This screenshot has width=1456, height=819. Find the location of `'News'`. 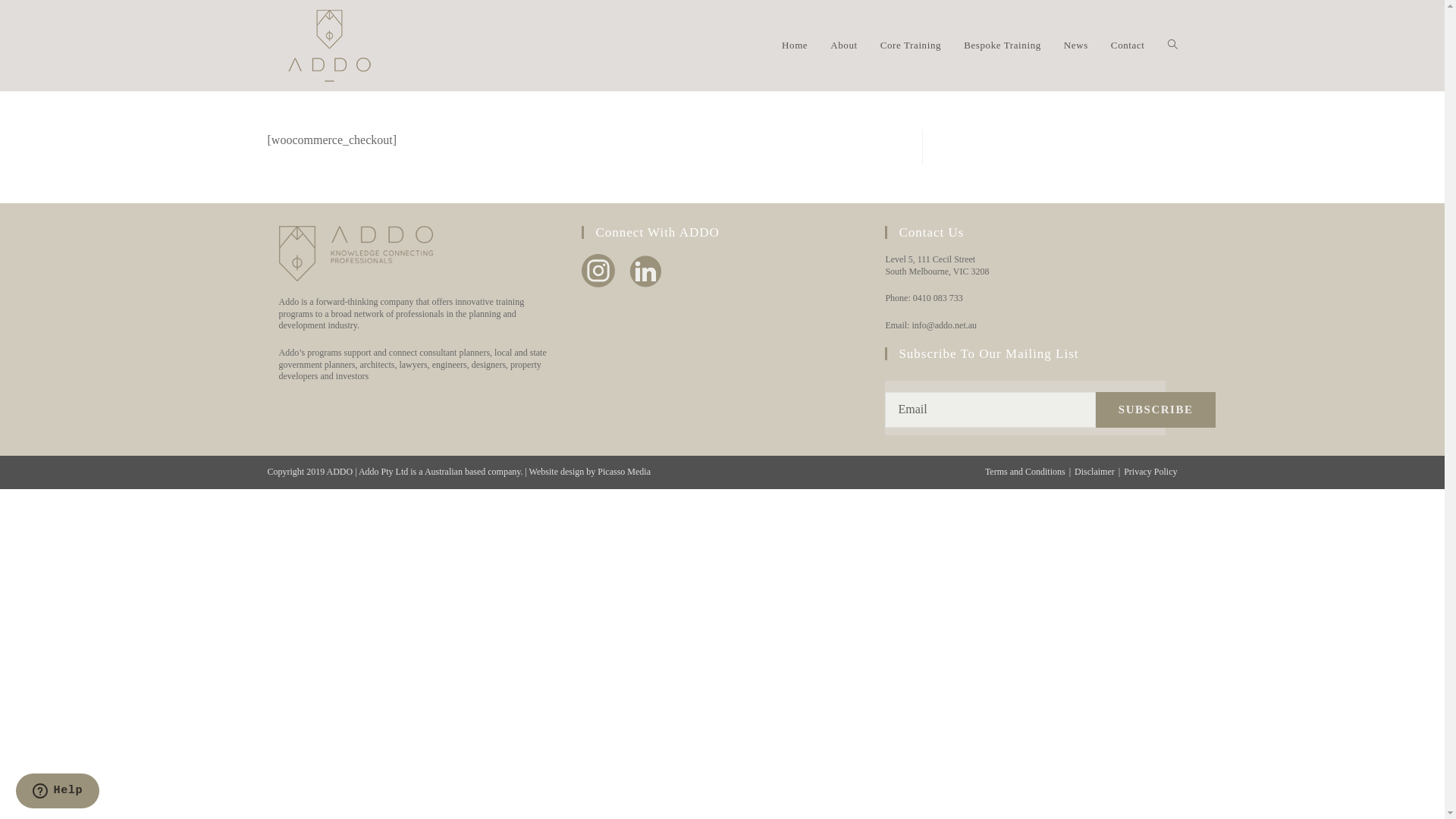

'News' is located at coordinates (1075, 45).